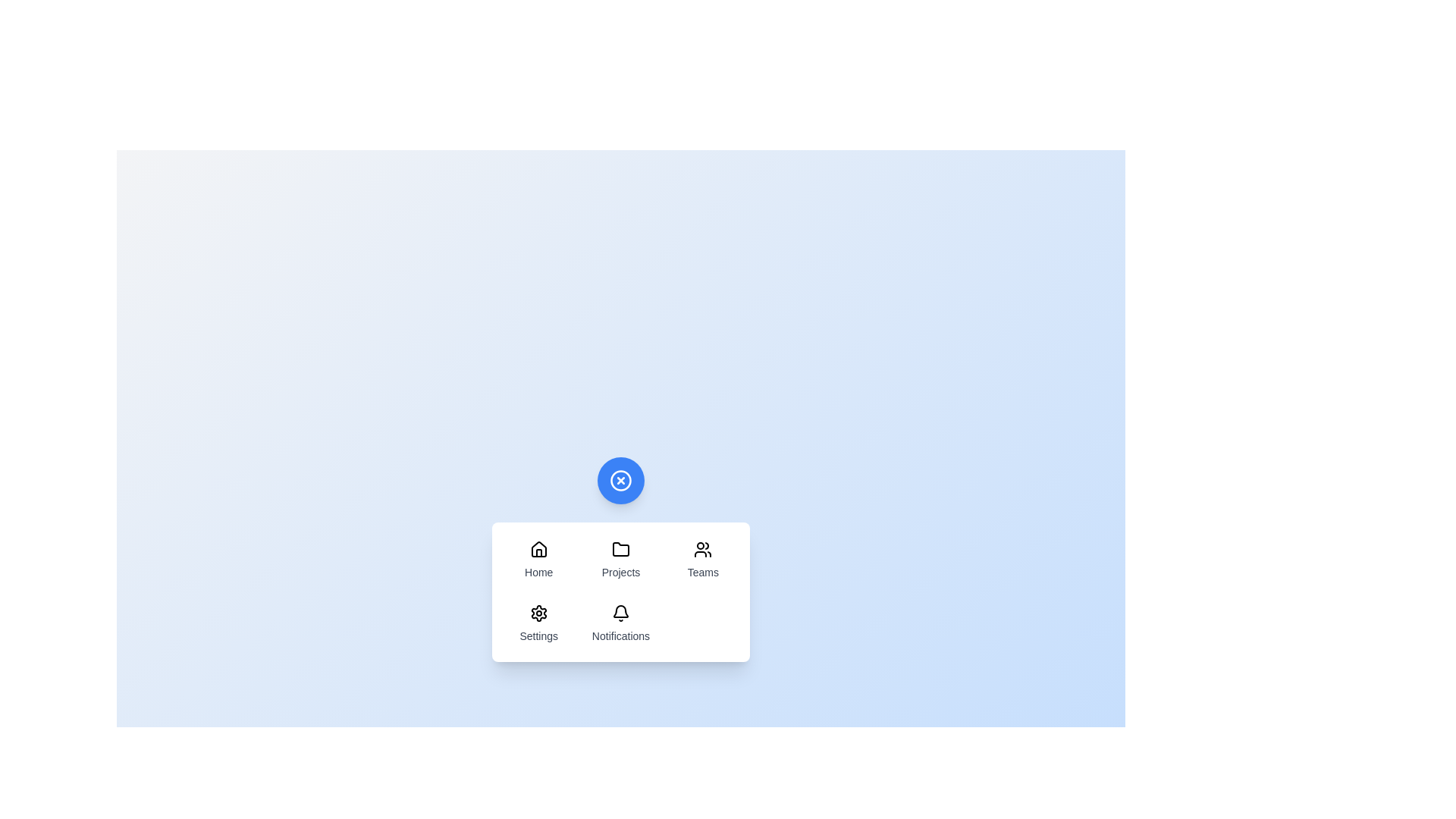 The image size is (1456, 819). I want to click on the toggle button to change the menu visibility, so click(620, 480).